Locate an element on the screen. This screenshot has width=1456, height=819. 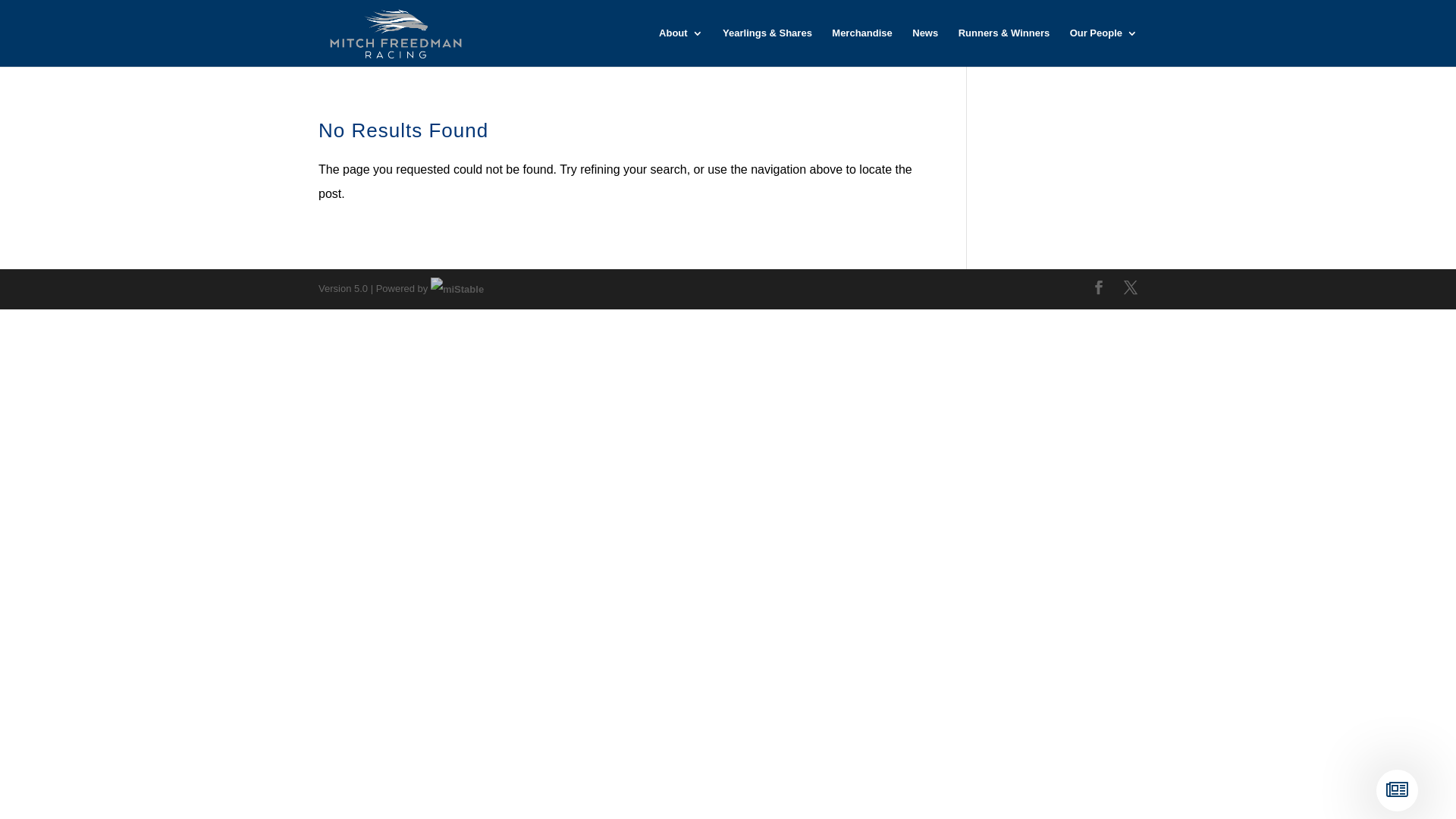
'About' is located at coordinates (679, 46).